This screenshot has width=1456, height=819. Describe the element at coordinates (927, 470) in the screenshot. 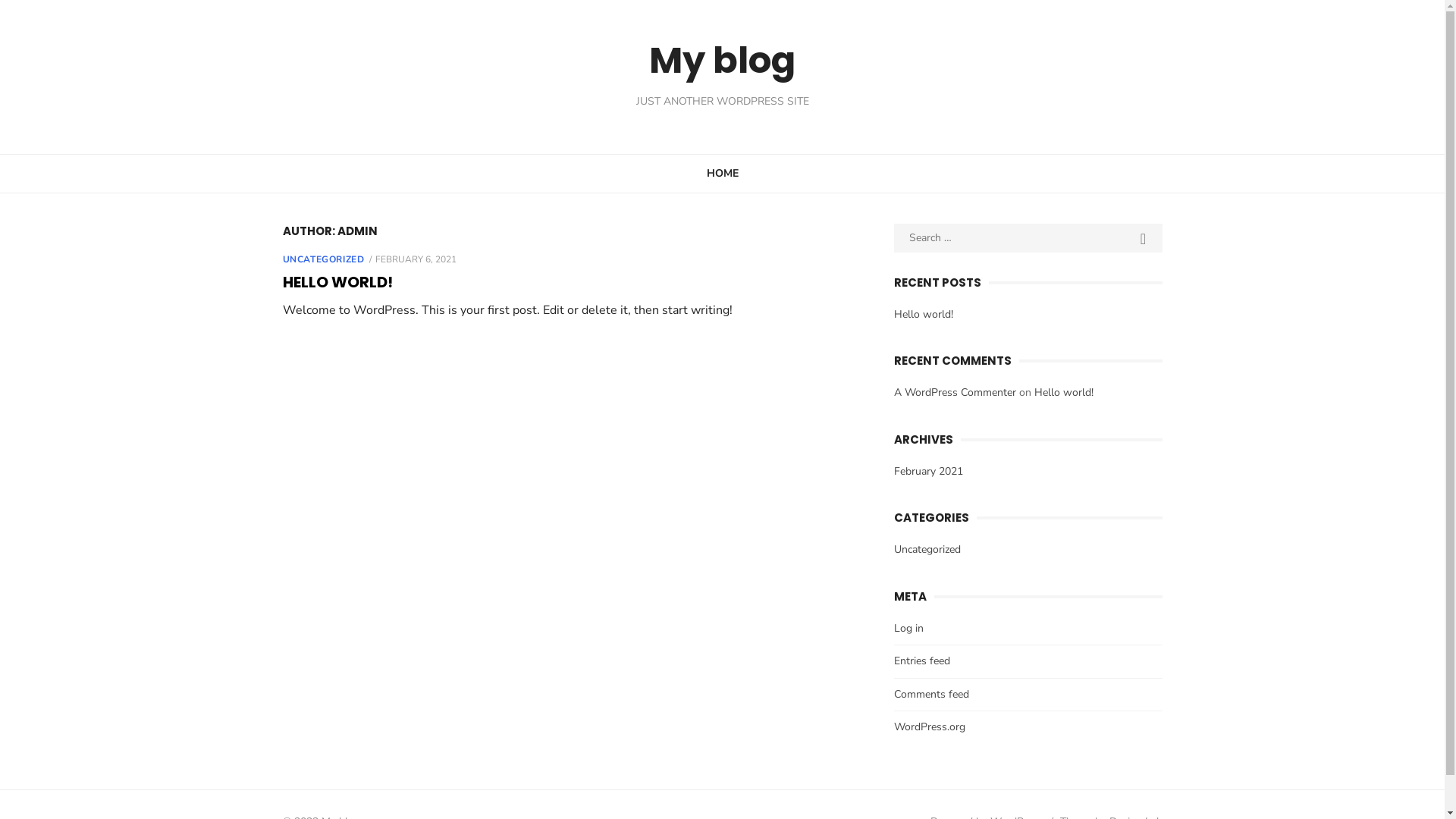

I see `'February 2021'` at that location.